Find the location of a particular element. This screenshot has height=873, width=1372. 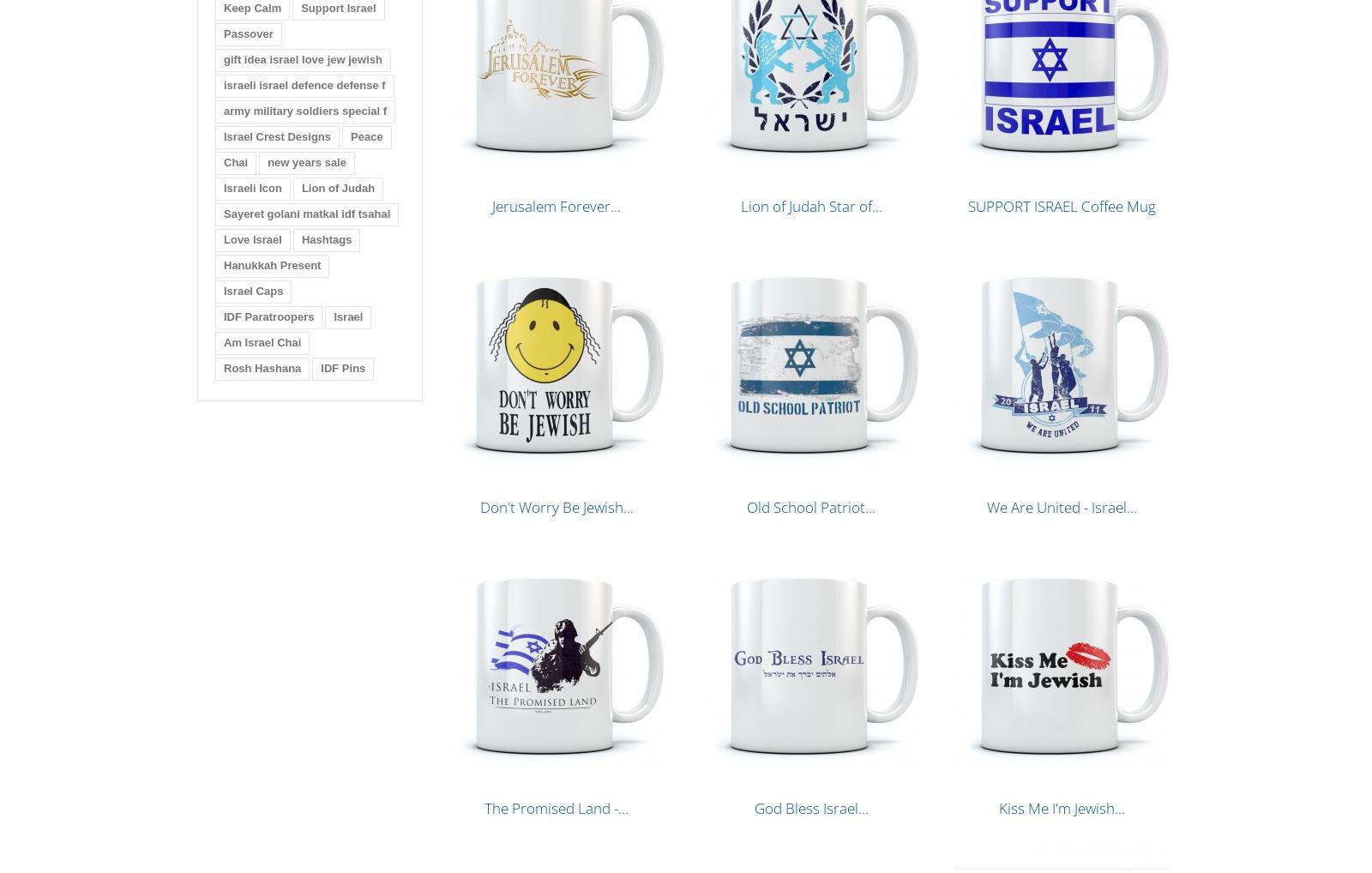

'Love Israel' is located at coordinates (252, 239).